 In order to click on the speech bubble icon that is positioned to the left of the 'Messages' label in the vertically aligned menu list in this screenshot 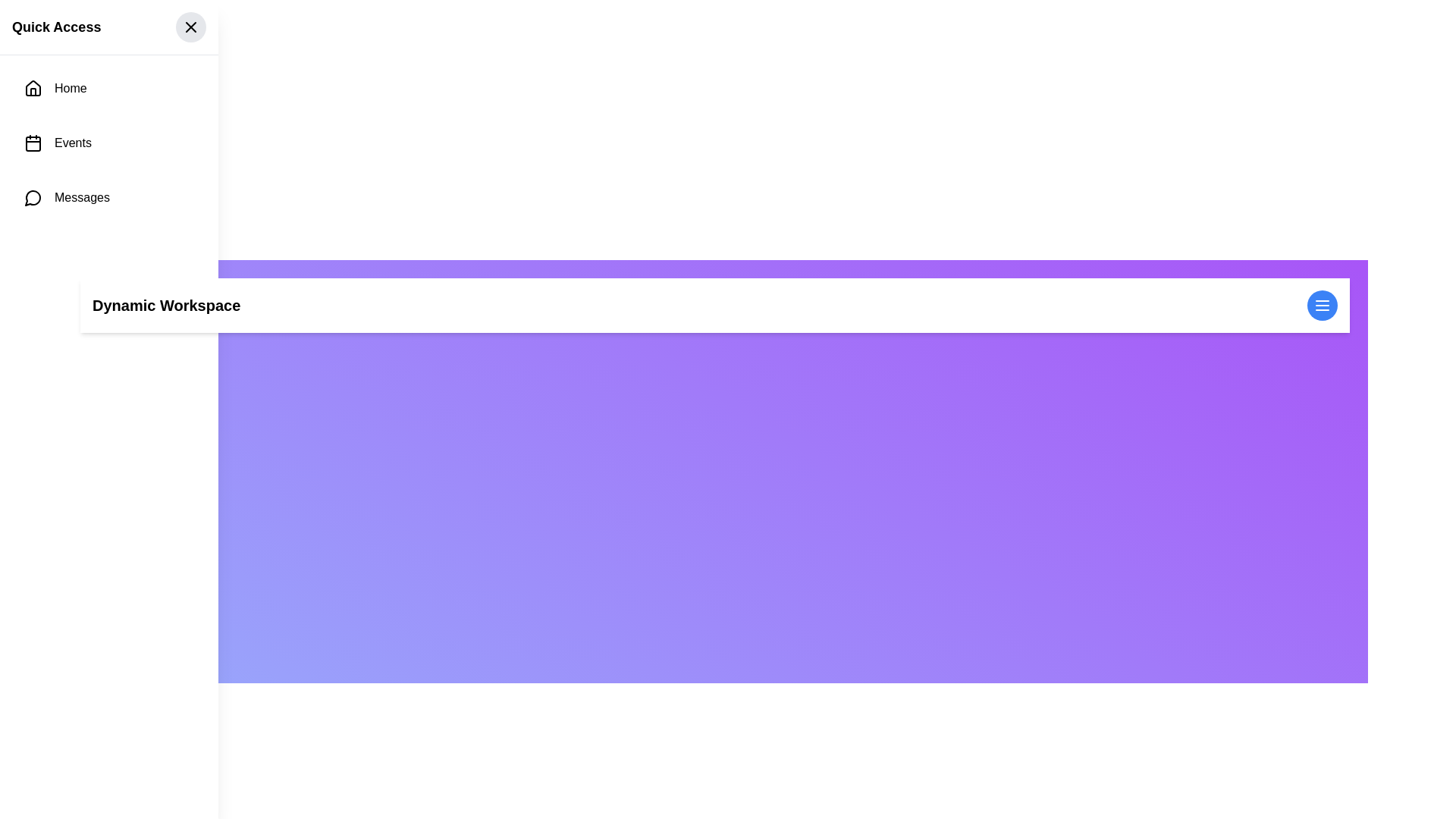, I will do `click(33, 197)`.